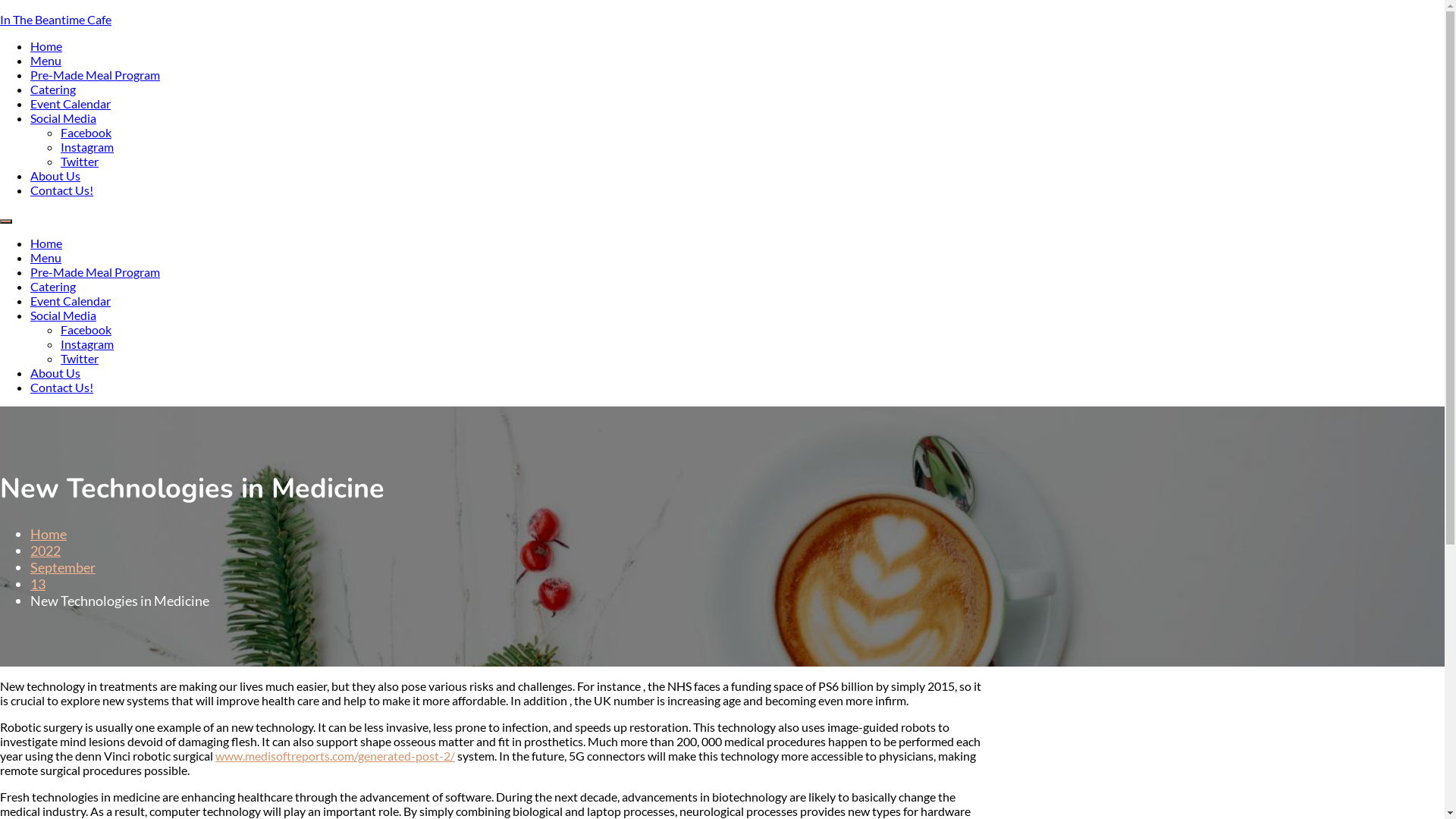  Describe the element at coordinates (61, 161) in the screenshot. I see `'Twitter'` at that location.